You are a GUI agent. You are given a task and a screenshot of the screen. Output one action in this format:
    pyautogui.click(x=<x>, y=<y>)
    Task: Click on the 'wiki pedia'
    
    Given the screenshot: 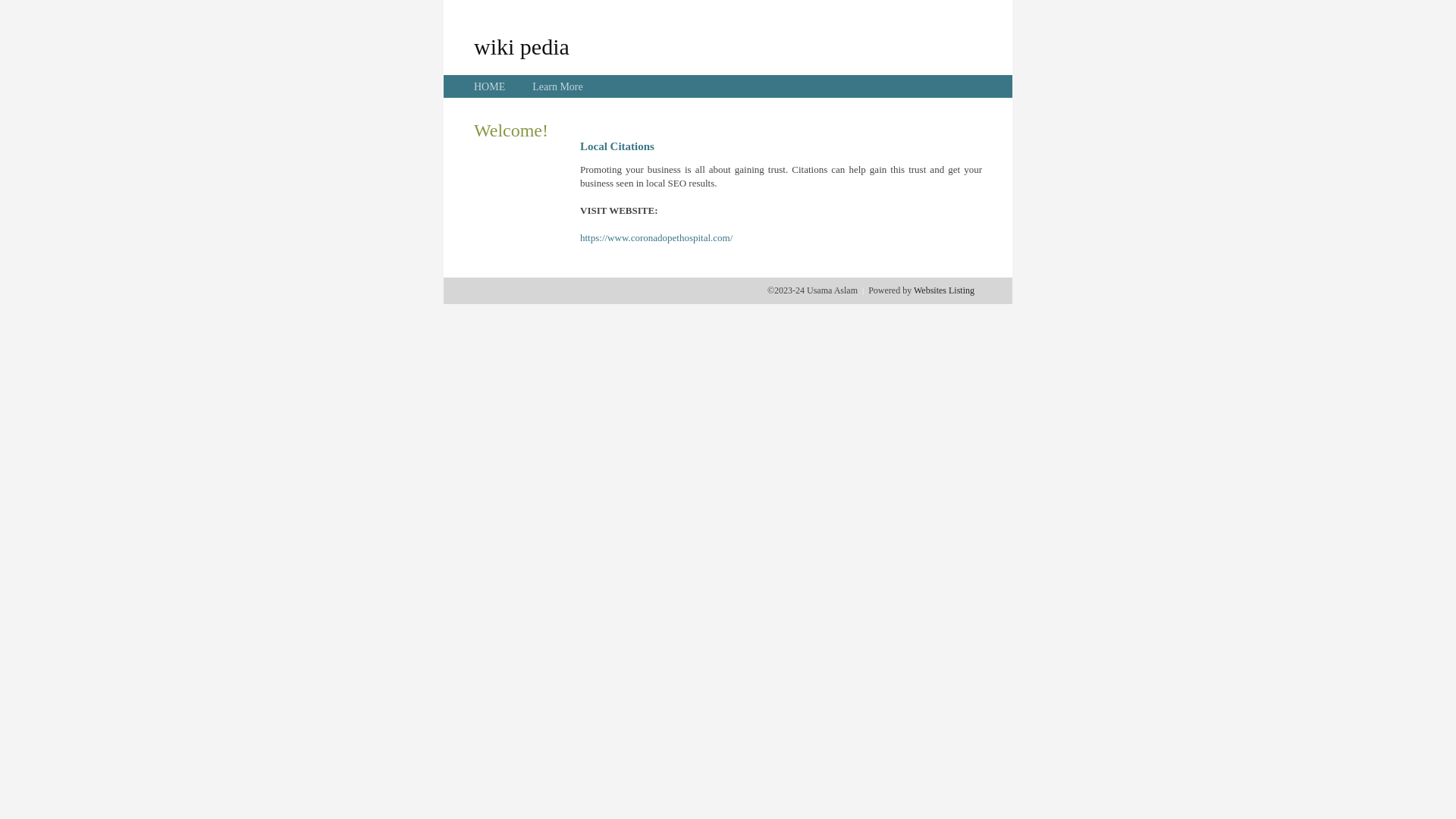 What is the action you would take?
    pyautogui.click(x=472, y=45)
    